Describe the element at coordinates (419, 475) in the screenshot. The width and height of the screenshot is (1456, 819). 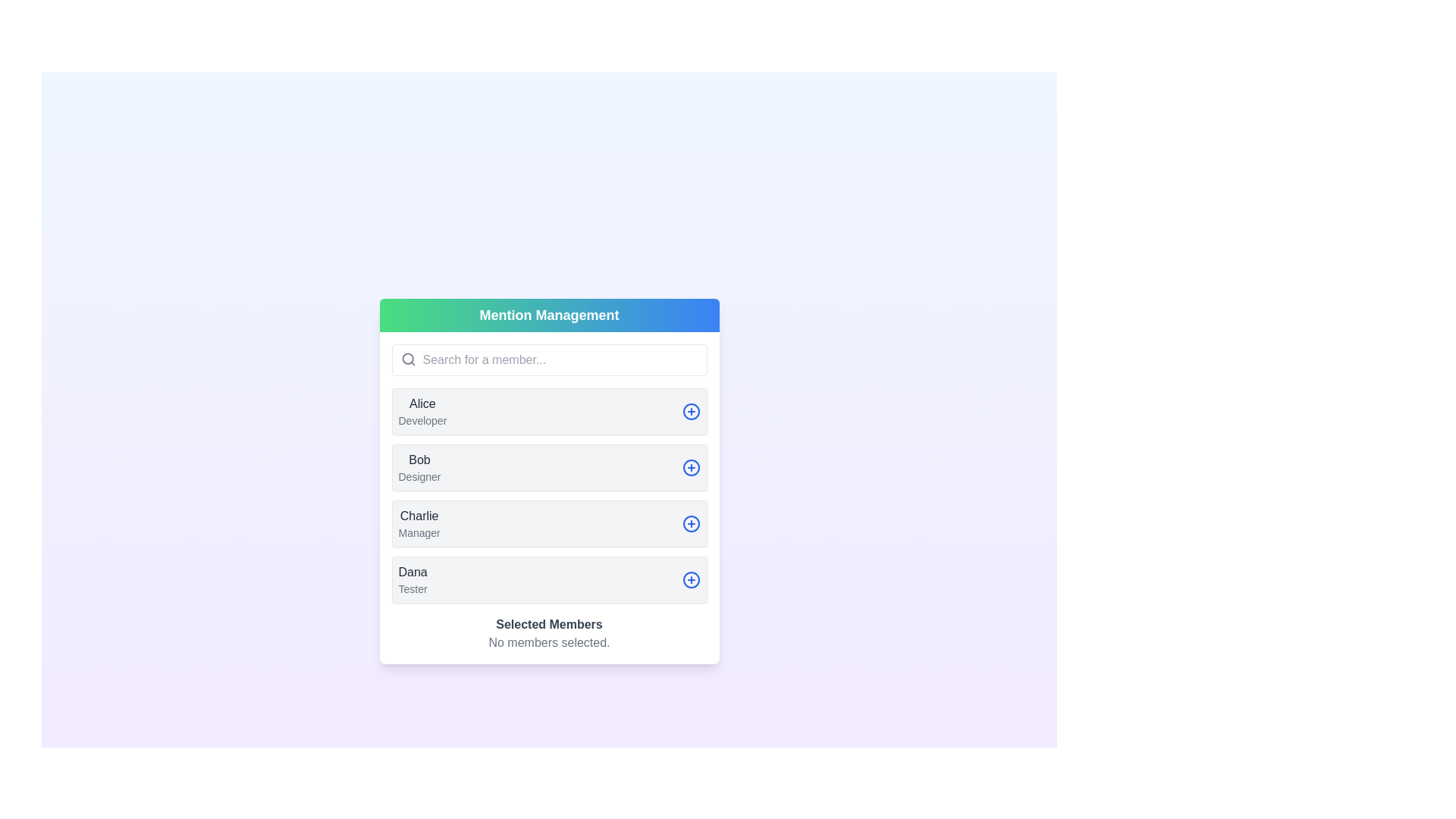
I see `the text element that provides additional descriptive information about the member named 'Bob', which is positioned underneath the text 'Bob'` at that location.